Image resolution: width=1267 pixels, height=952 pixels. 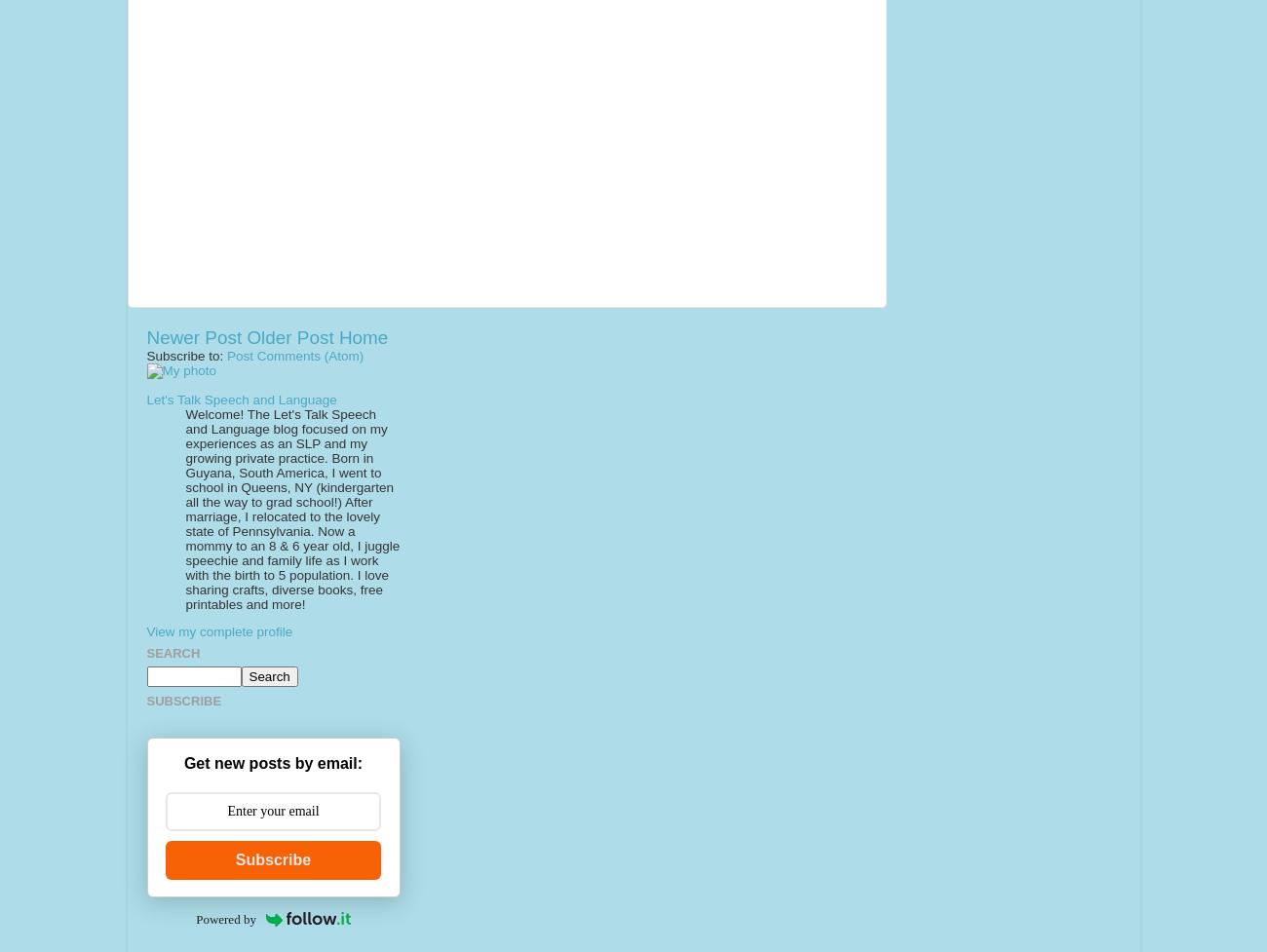 What do you see at coordinates (224, 917) in the screenshot?
I see `'Powered by'` at bounding box center [224, 917].